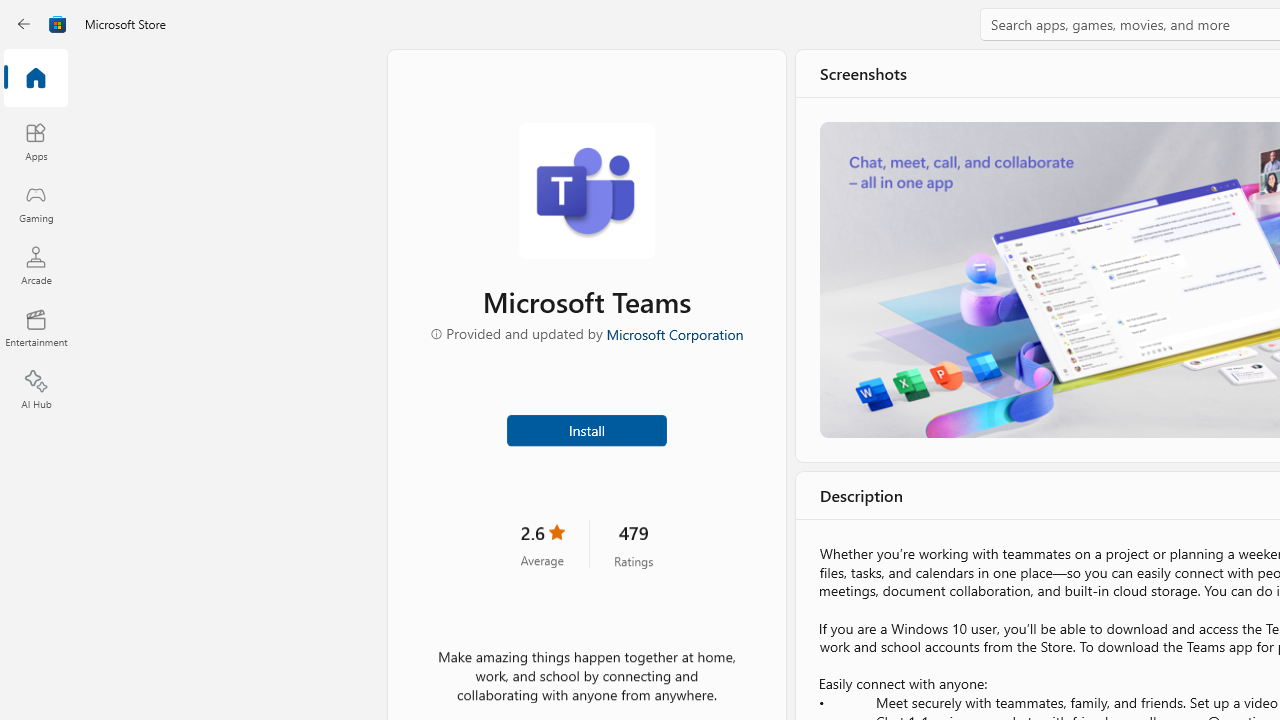  What do you see at coordinates (24, 24) in the screenshot?
I see `'Back'` at bounding box center [24, 24].